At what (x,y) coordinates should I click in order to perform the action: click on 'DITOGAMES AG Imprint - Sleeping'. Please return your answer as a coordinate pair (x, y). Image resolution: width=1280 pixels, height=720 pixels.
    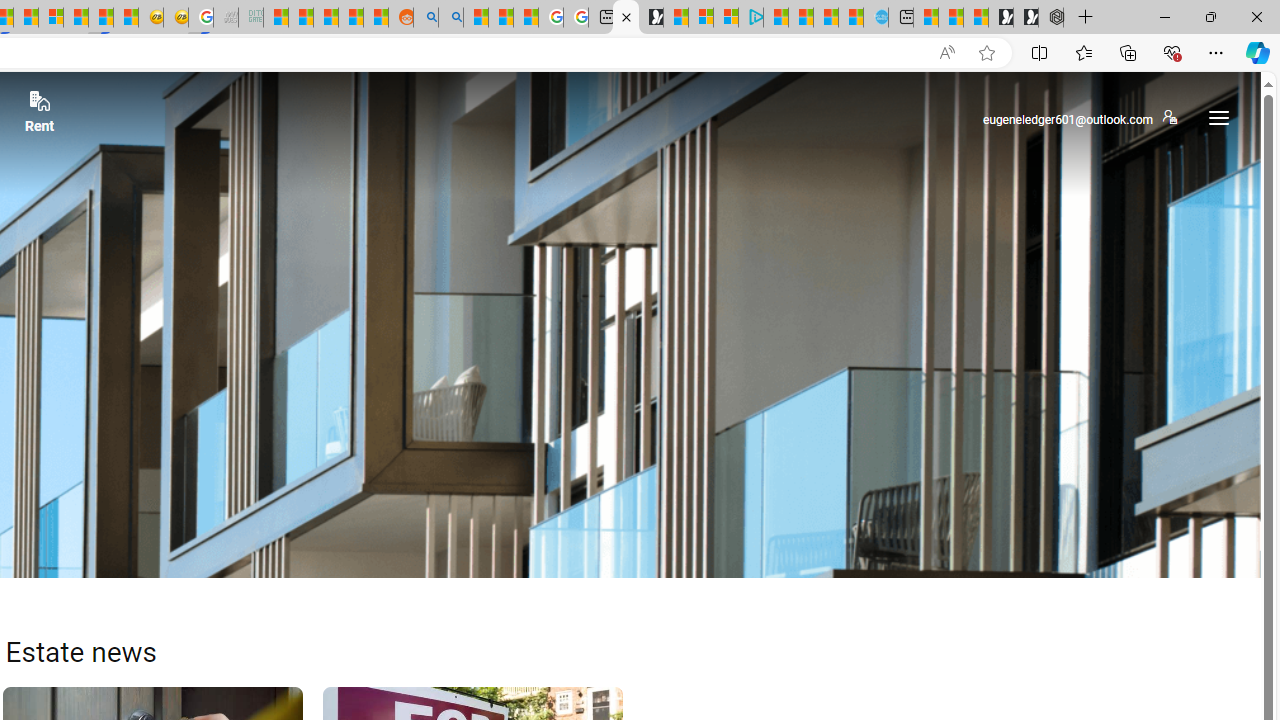
    Looking at the image, I should click on (249, 17).